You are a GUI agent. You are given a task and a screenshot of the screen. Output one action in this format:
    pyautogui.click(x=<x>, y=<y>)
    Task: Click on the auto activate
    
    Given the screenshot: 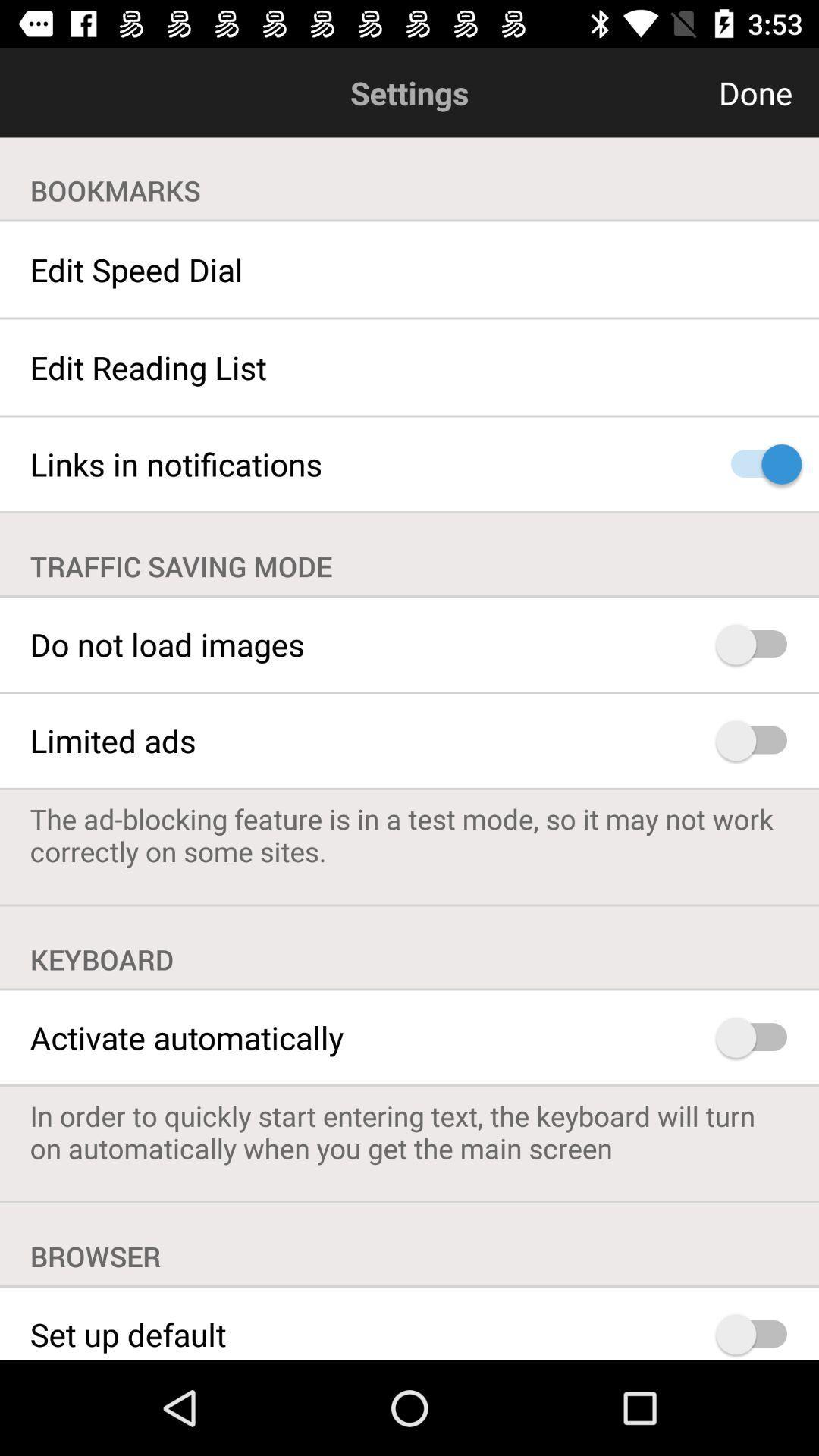 What is the action you would take?
    pyautogui.click(x=758, y=1037)
    